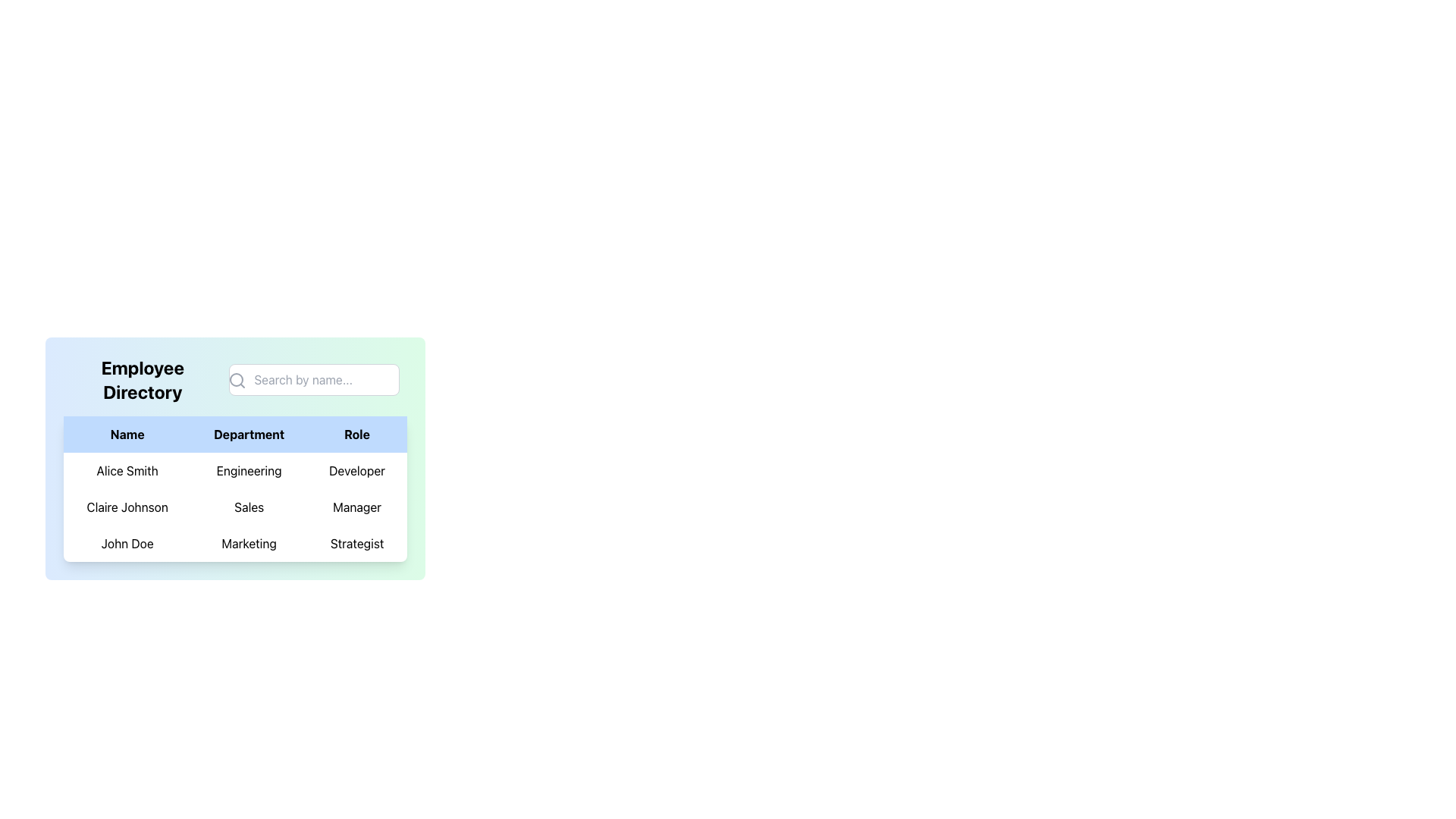 The image size is (1456, 819). I want to click on the table cell displaying 'Marketing' for accessibility purposes, located in the second column of the third row of the 'Employee Directory' table, so click(249, 543).